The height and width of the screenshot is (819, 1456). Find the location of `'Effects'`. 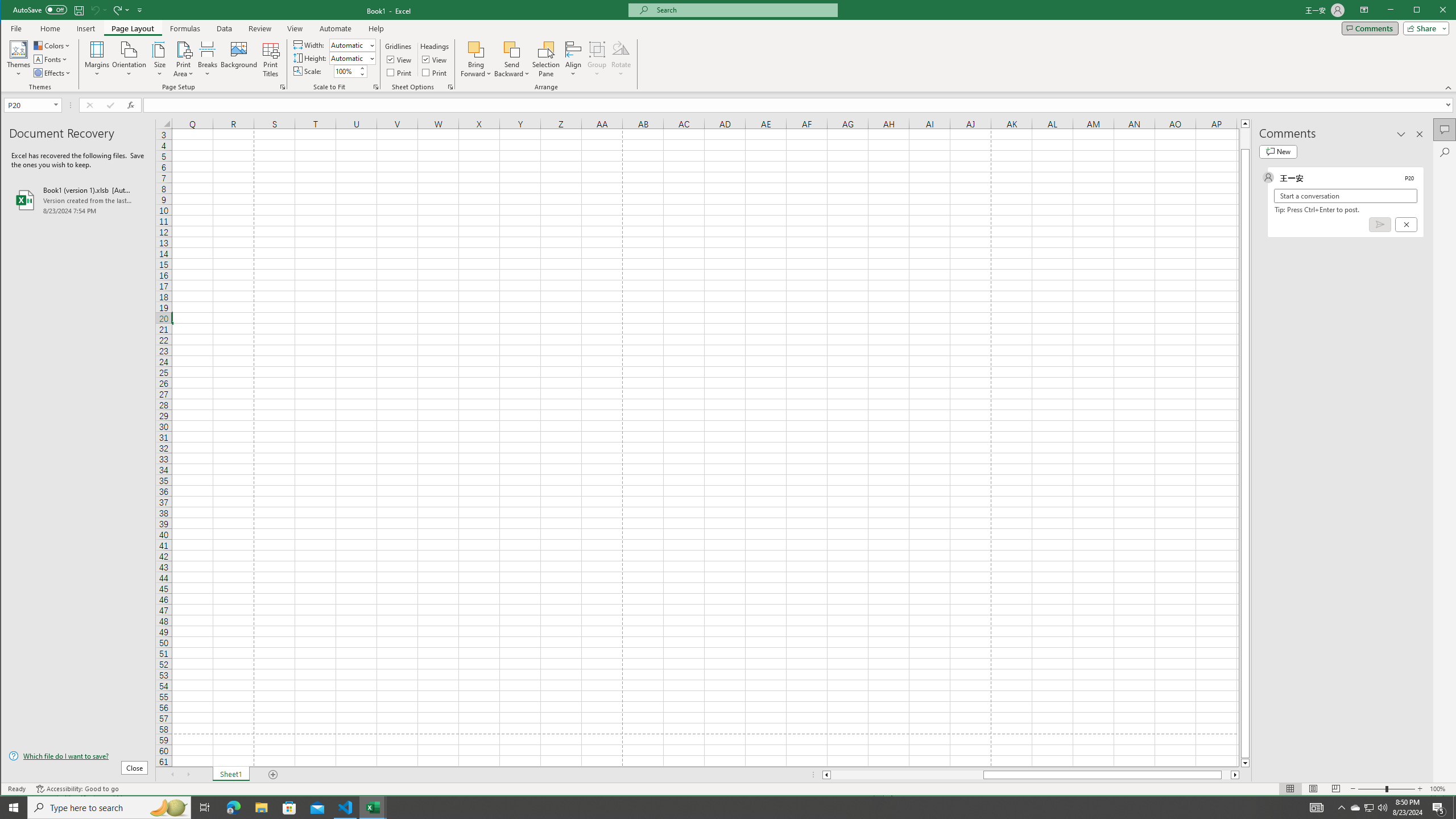

'Effects' is located at coordinates (53, 72).